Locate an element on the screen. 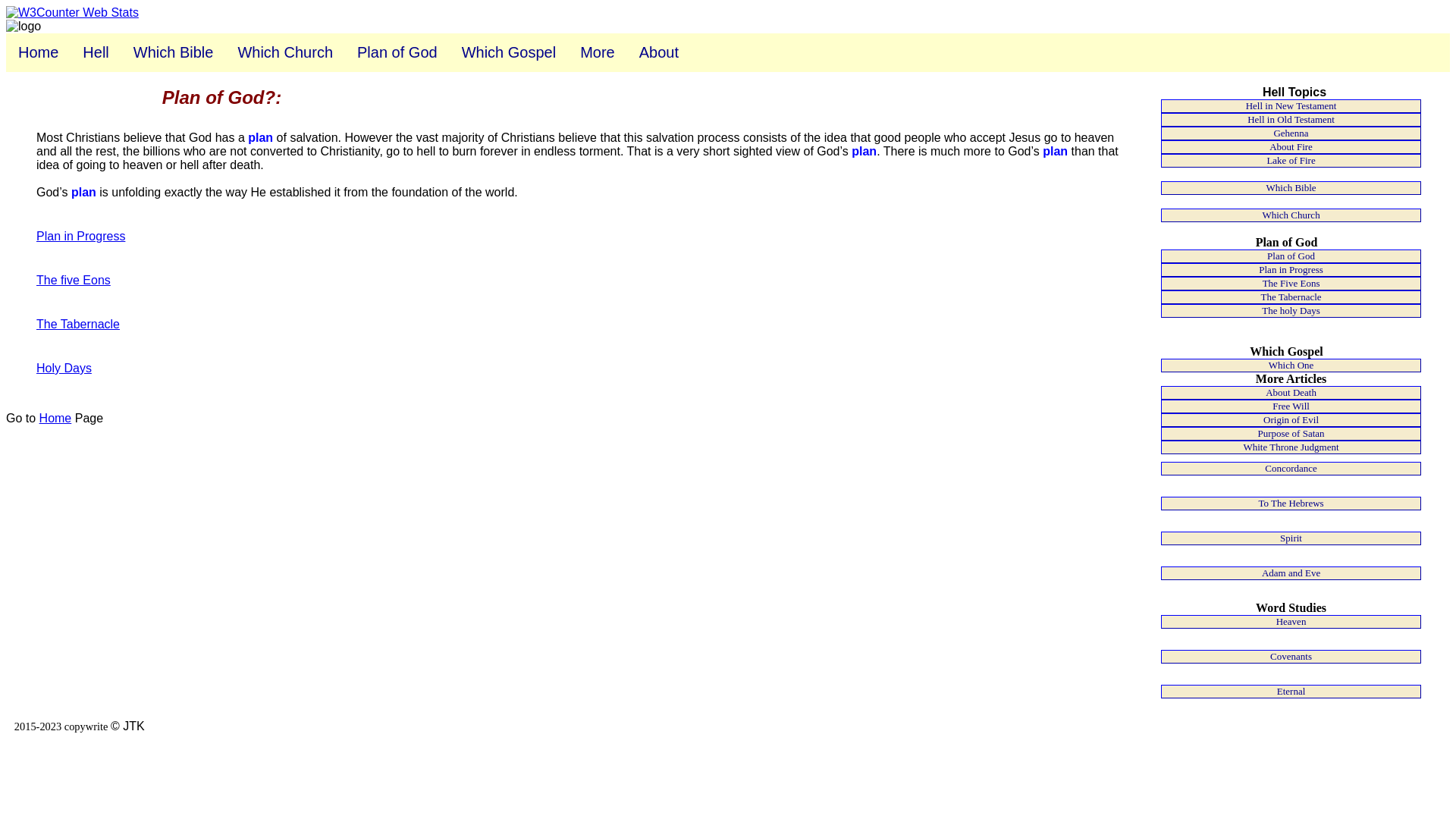  'The holy Days' is located at coordinates (1290, 309).